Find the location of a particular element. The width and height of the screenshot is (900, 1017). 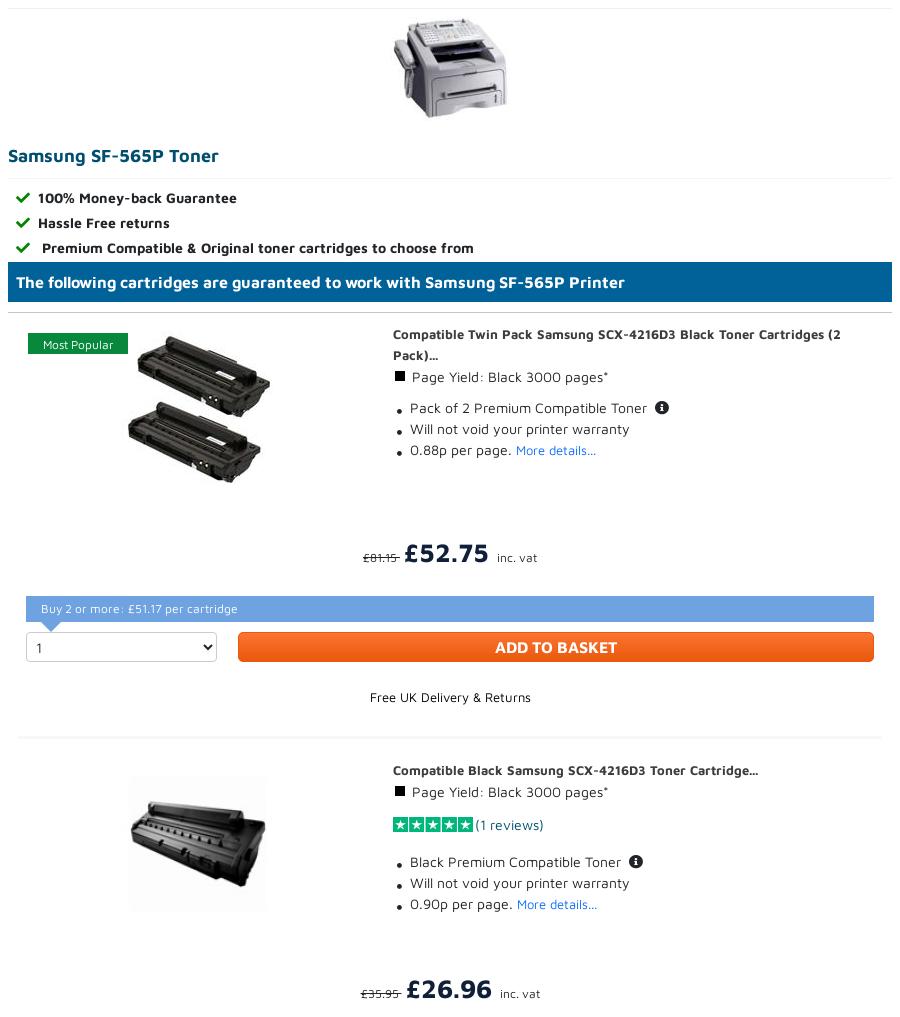

'Student, 16-26 & Apprentice Discount' is located at coordinates (567, 556).